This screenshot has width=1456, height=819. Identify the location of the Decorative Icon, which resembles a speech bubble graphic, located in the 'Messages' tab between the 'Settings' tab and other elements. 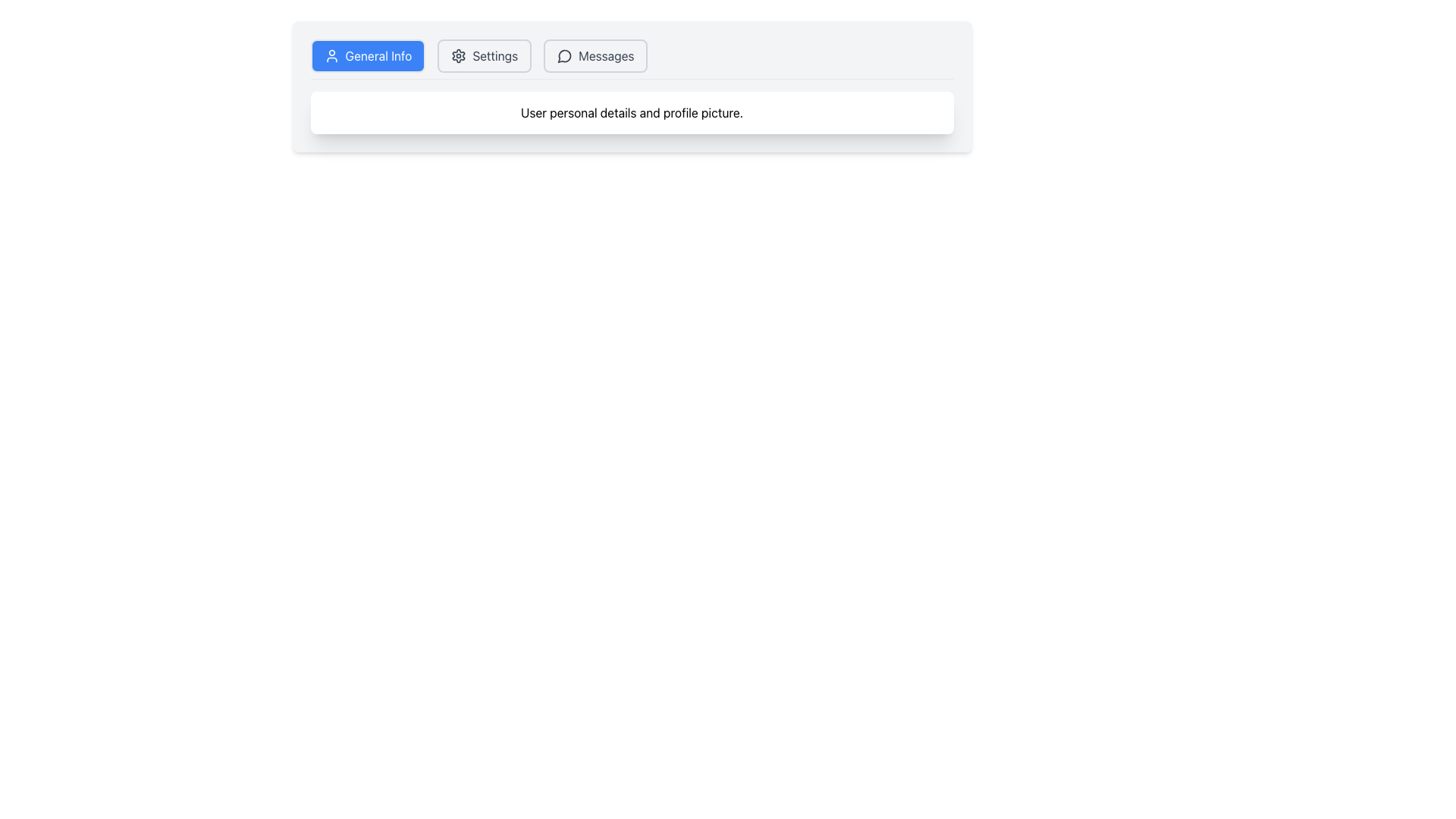
(563, 55).